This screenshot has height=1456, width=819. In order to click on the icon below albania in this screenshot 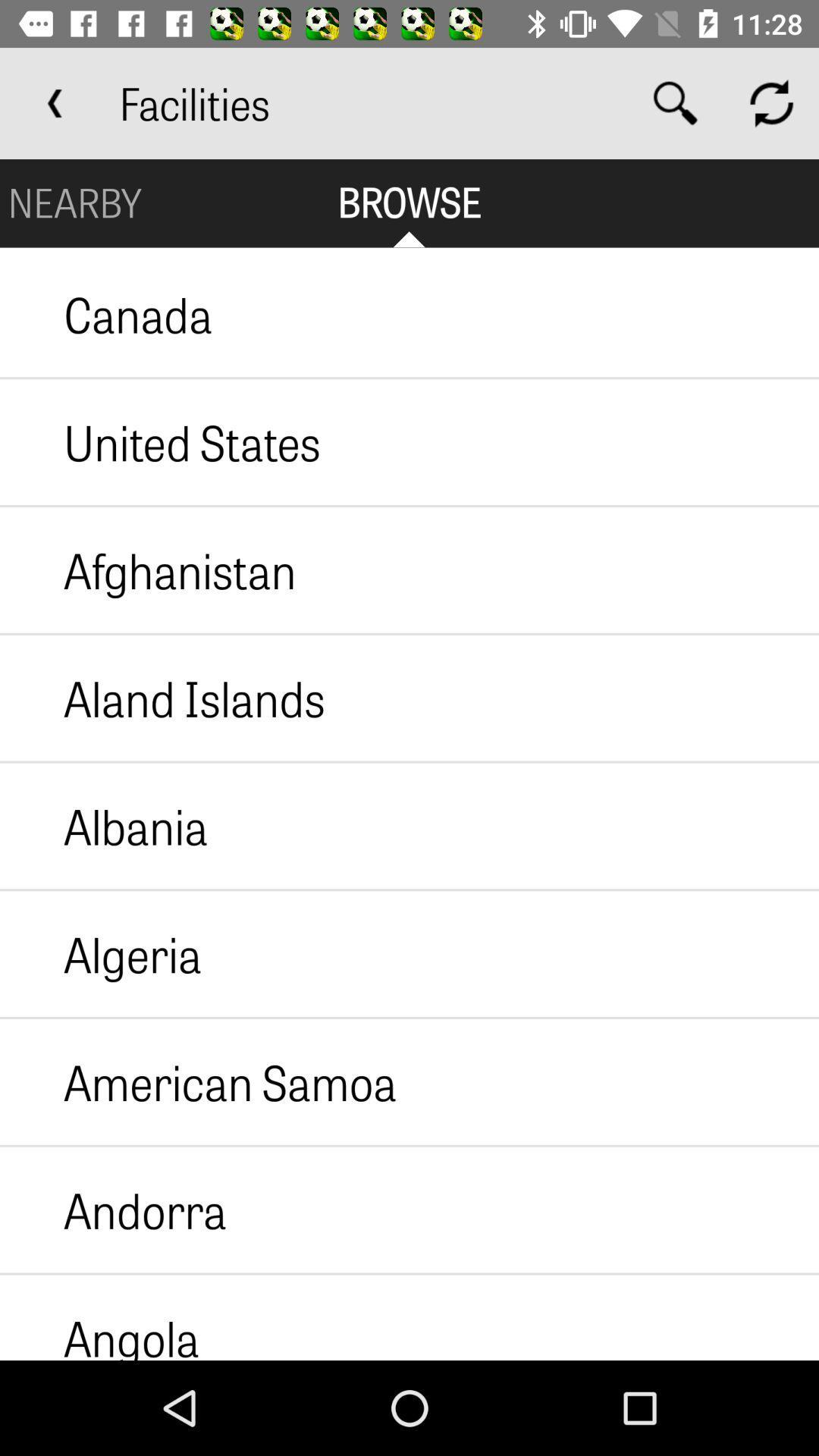, I will do `click(101, 953)`.